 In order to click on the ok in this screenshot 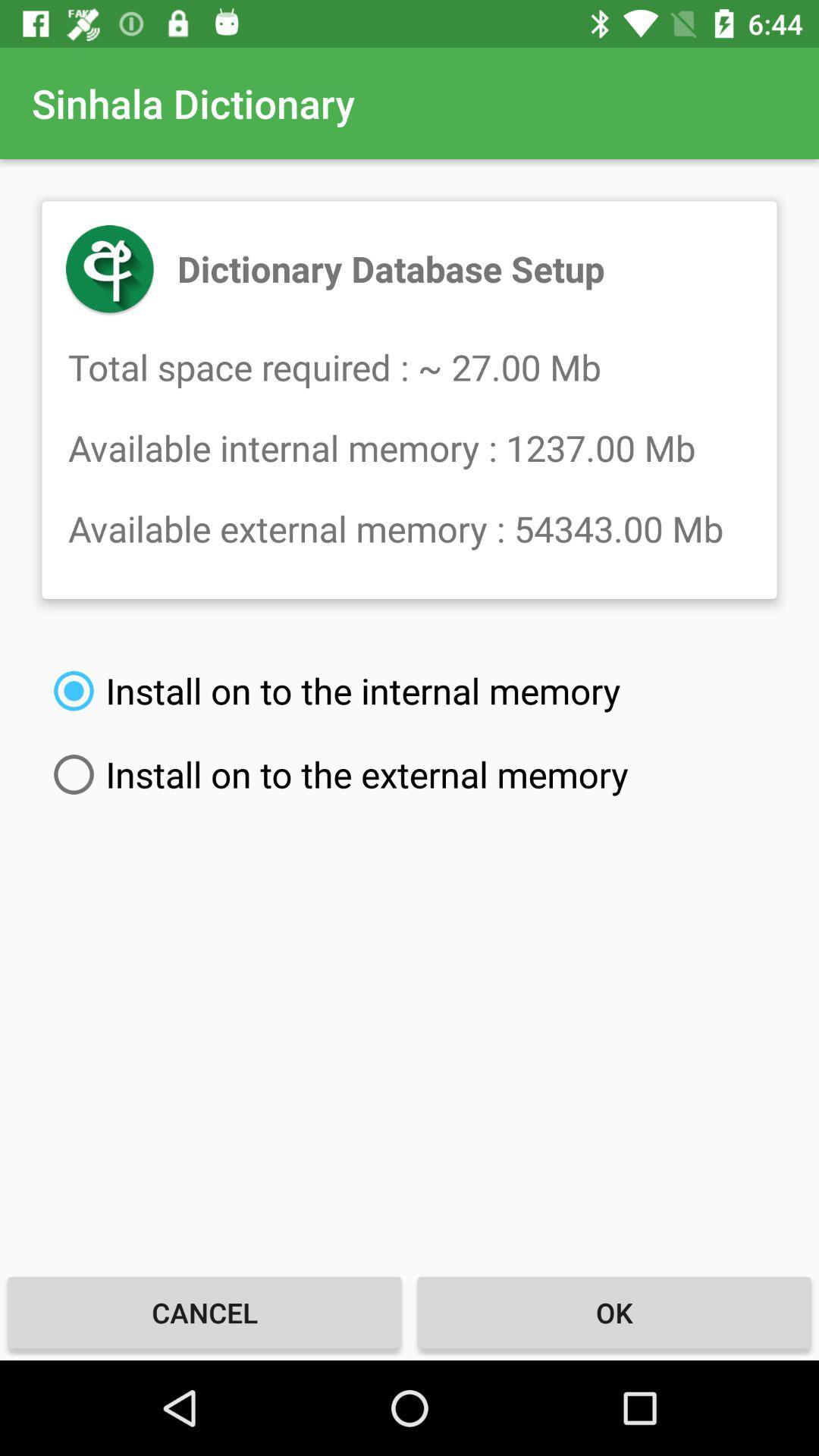, I will do `click(614, 1312)`.